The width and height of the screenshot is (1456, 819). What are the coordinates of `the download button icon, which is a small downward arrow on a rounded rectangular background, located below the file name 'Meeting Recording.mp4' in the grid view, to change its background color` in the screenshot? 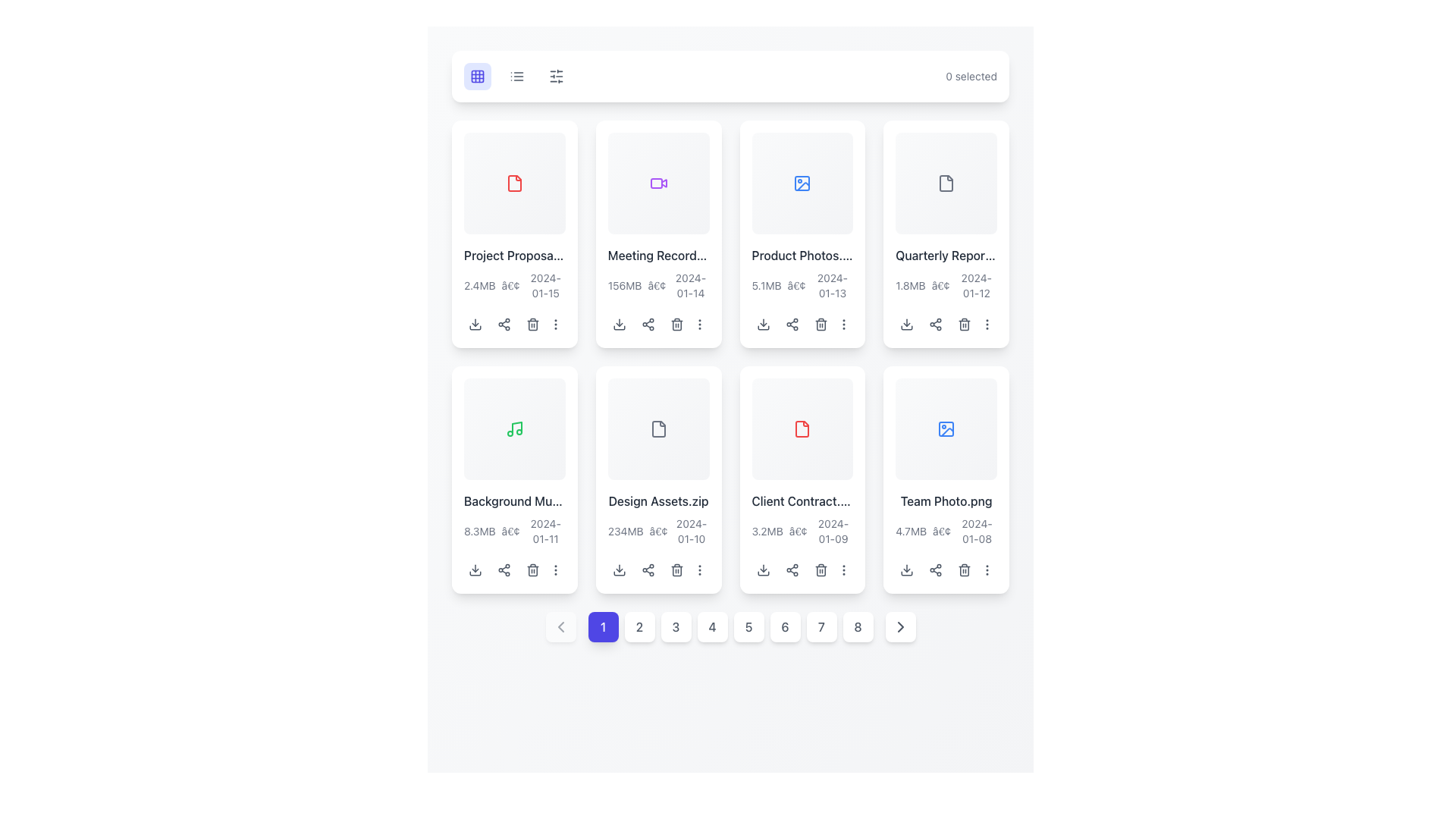 It's located at (619, 323).